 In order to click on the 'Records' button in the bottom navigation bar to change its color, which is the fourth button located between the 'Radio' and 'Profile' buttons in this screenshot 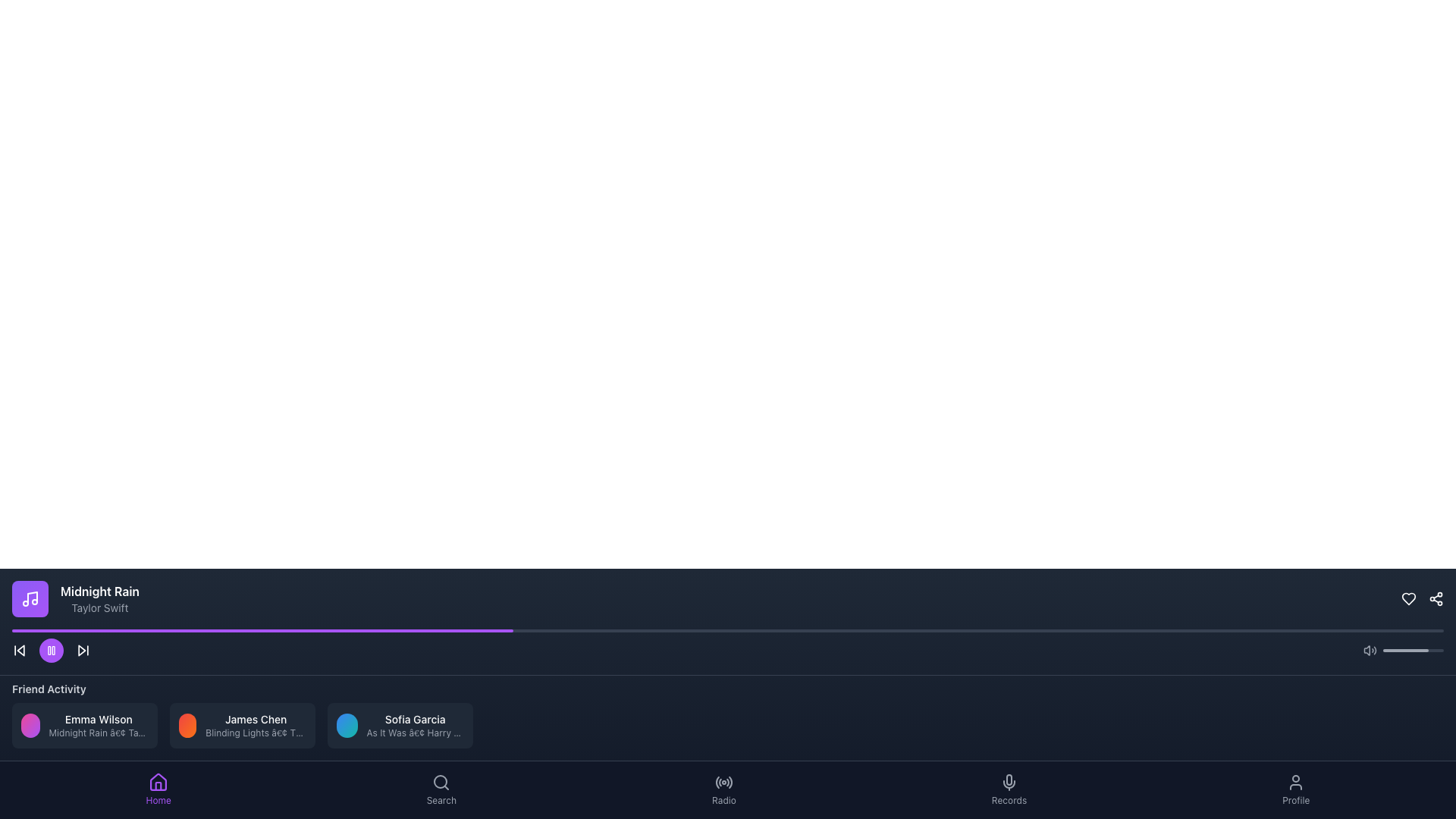, I will do `click(1009, 789)`.